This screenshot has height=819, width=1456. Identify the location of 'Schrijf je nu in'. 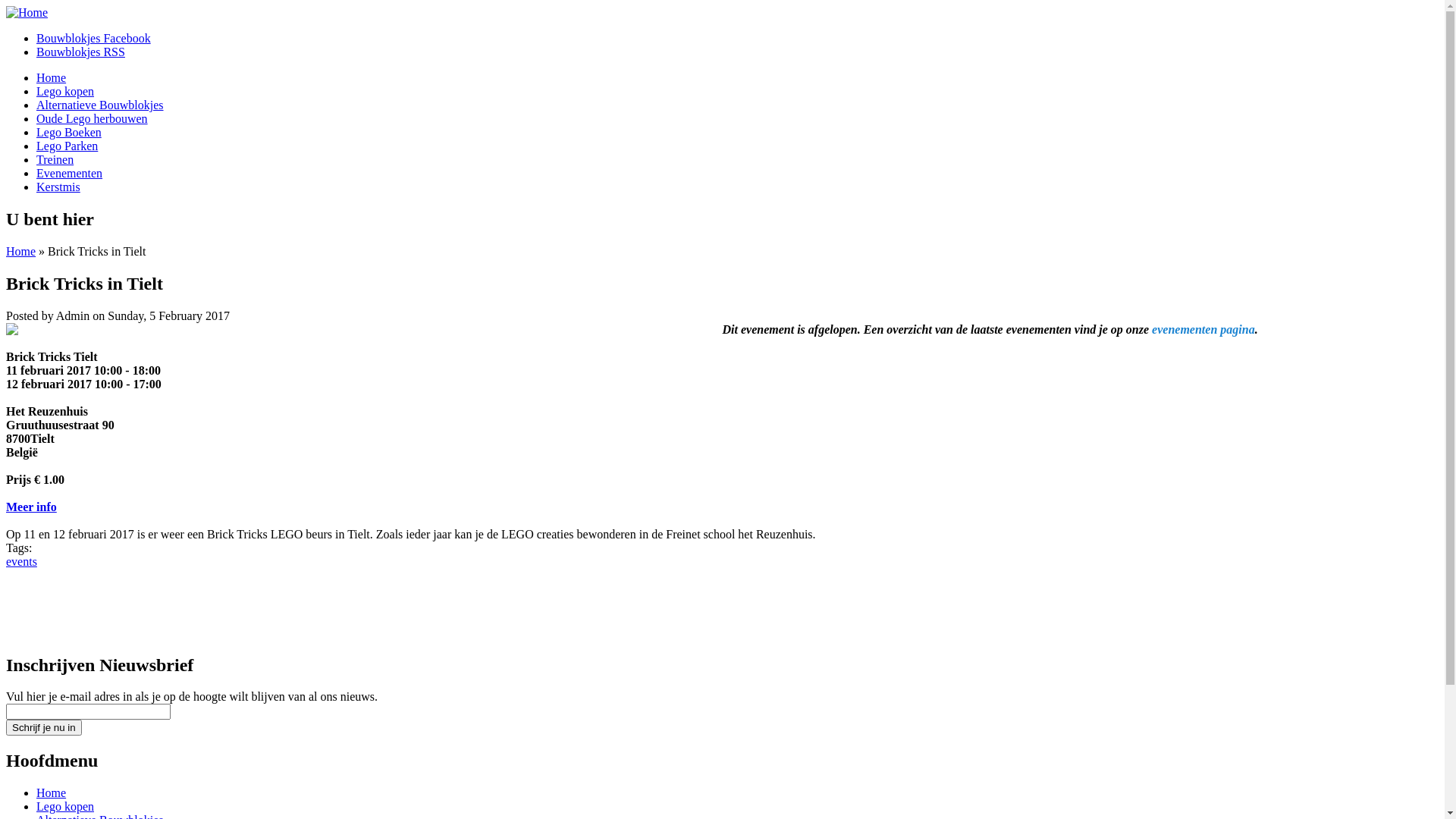
(43, 726).